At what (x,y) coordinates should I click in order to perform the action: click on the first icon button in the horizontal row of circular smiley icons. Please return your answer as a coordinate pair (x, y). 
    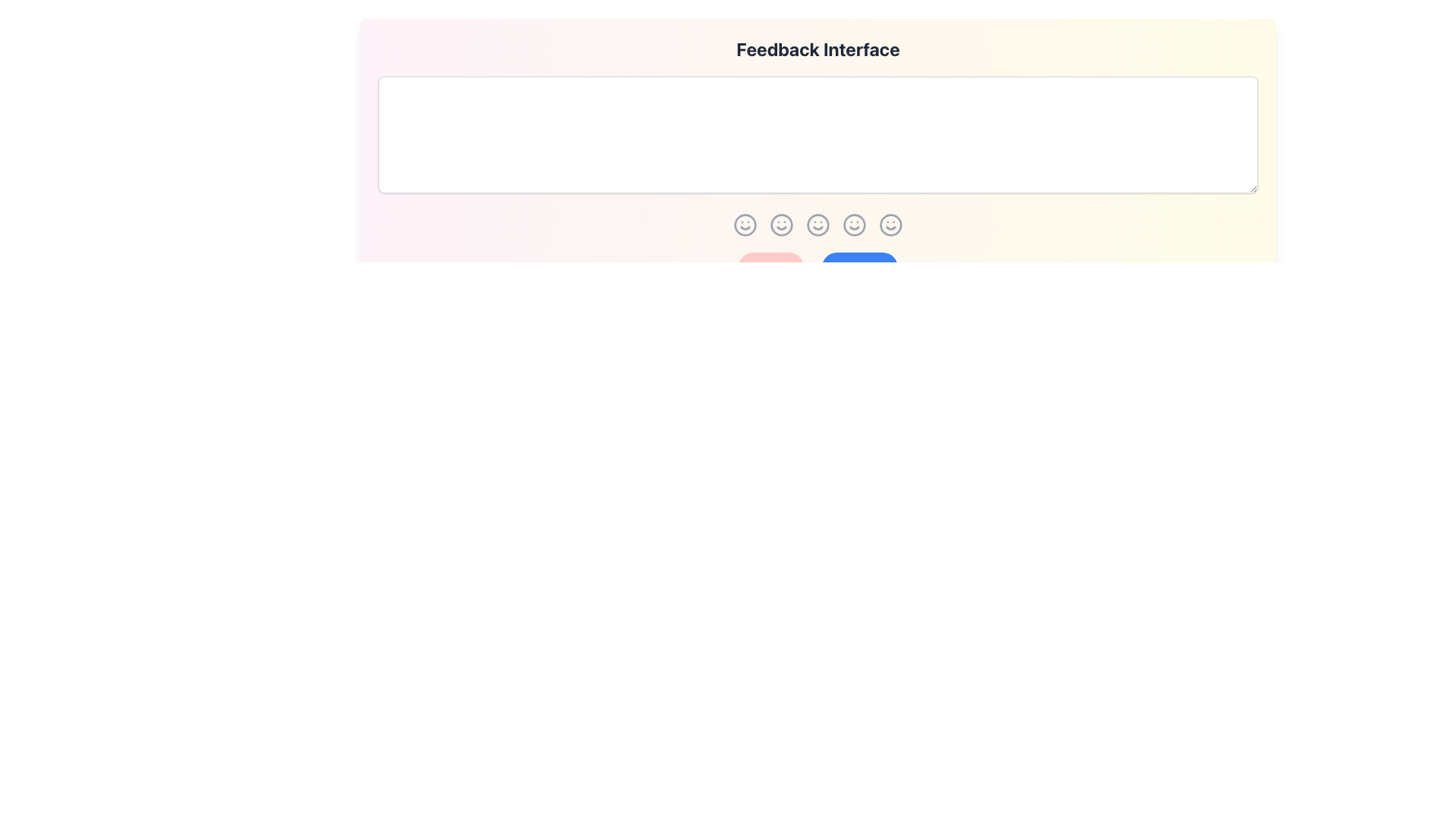
    Looking at the image, I should click on (745, 225).